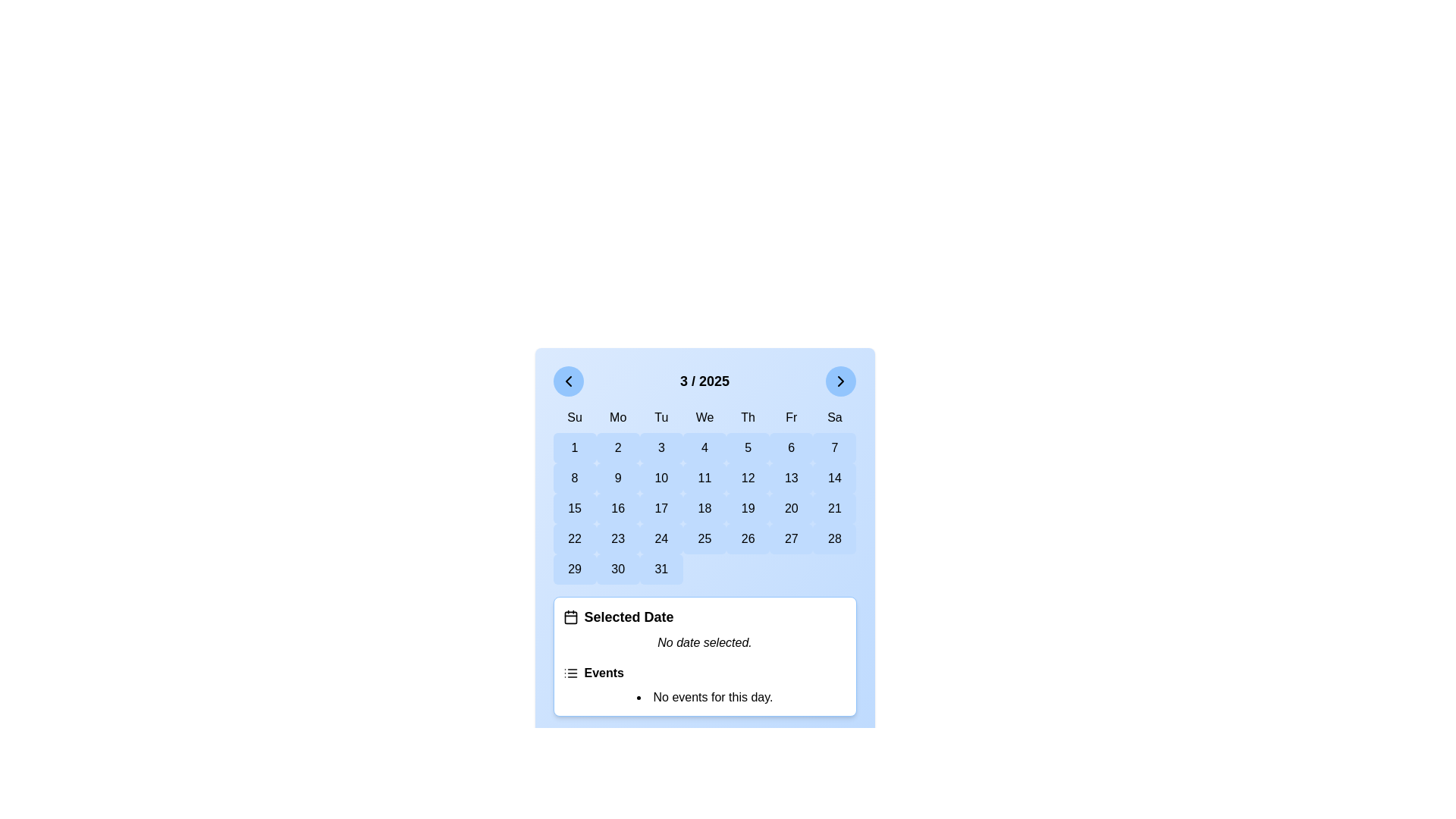  What do you see at coordinates (833, 479) in the screenshot?
I see `the button representing March 14, 2025, located` at bounding box center [833, 479].